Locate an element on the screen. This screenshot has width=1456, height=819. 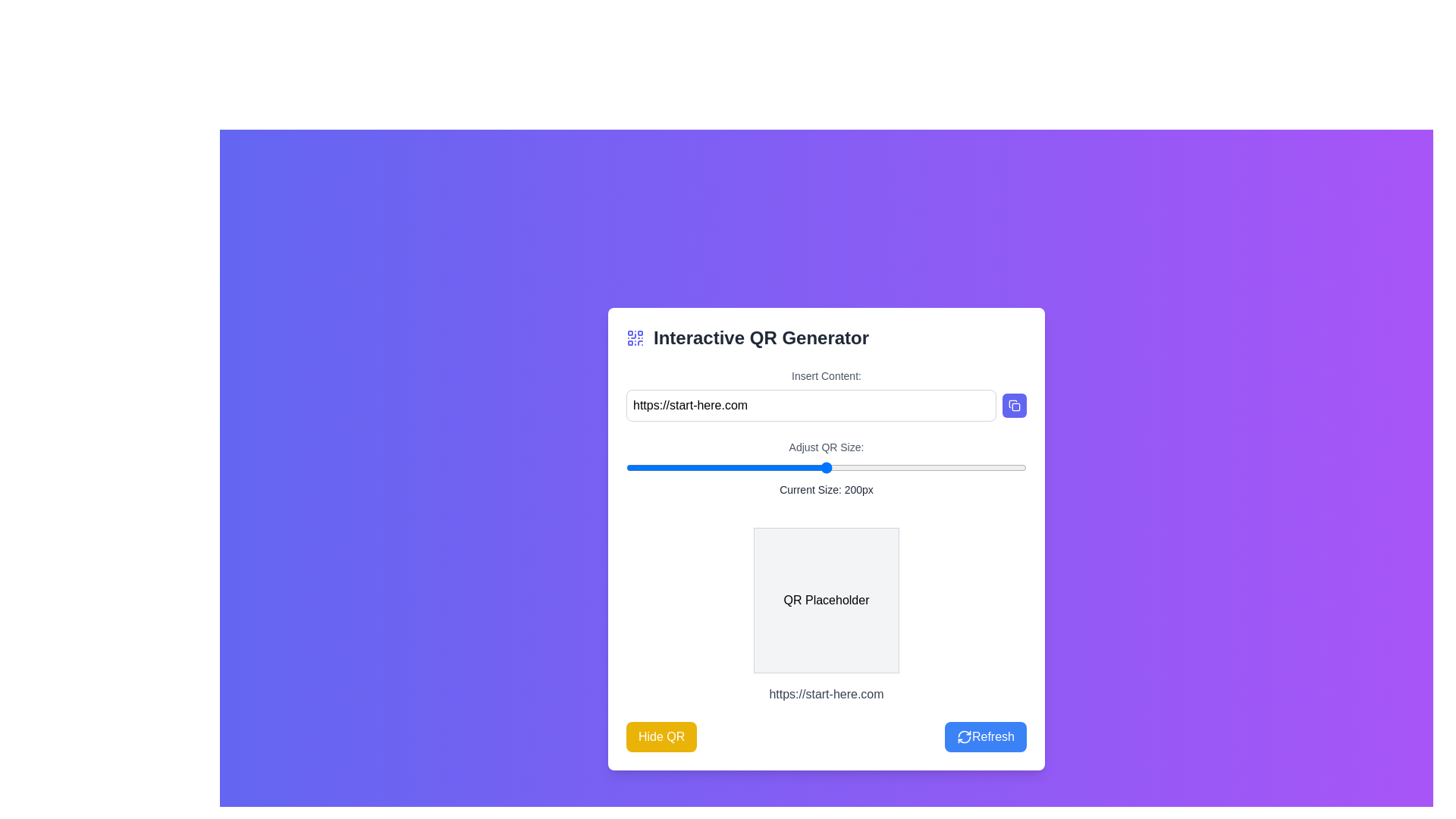
the 'Refresh' icon located at the bottom-right corner of the interactive QR generator interface, which is visually represented by a blue rectangular button is located at coordinates (964, 736).